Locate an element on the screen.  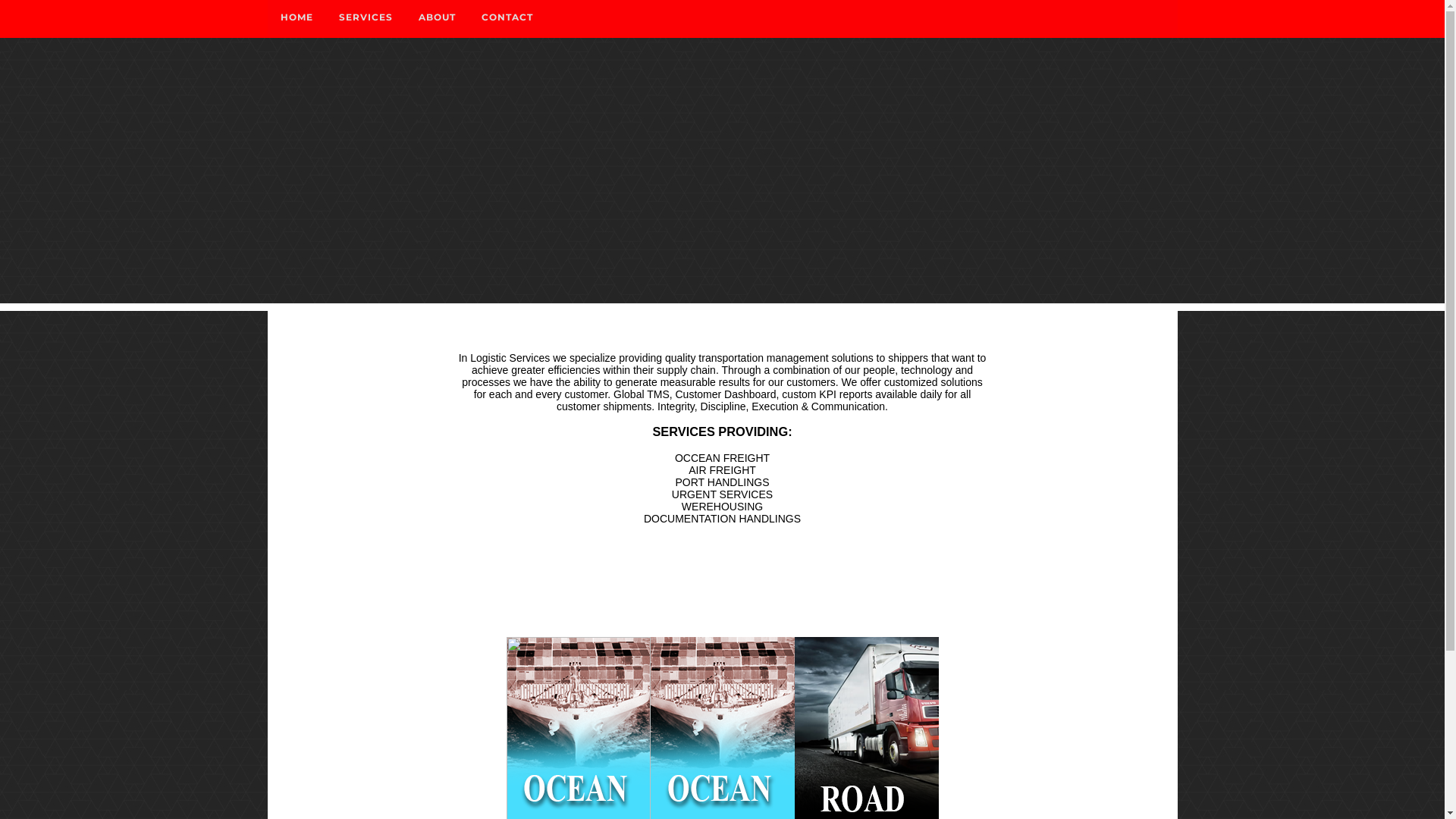
'CONTACT' is located at coordinates (507, 17).